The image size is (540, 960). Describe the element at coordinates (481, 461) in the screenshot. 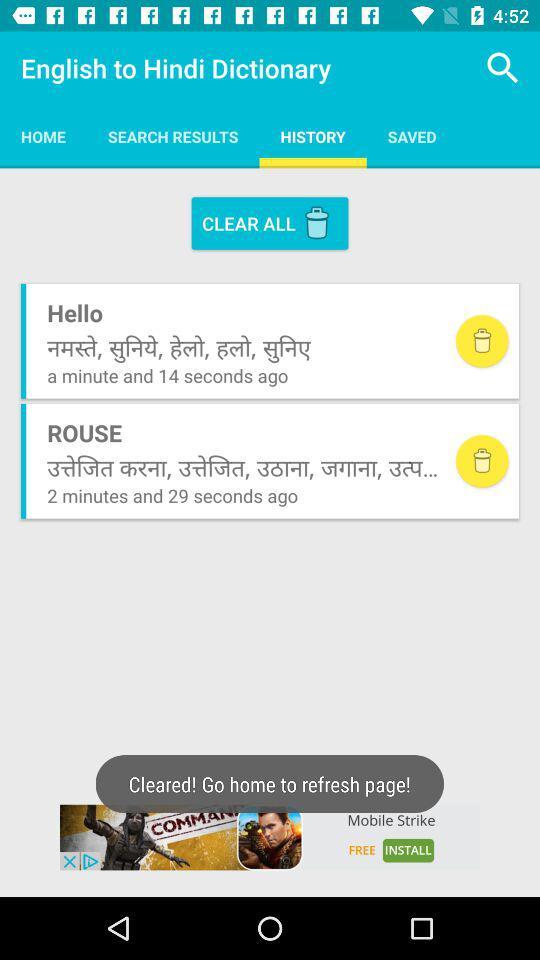

I see `delete this search` at that location.